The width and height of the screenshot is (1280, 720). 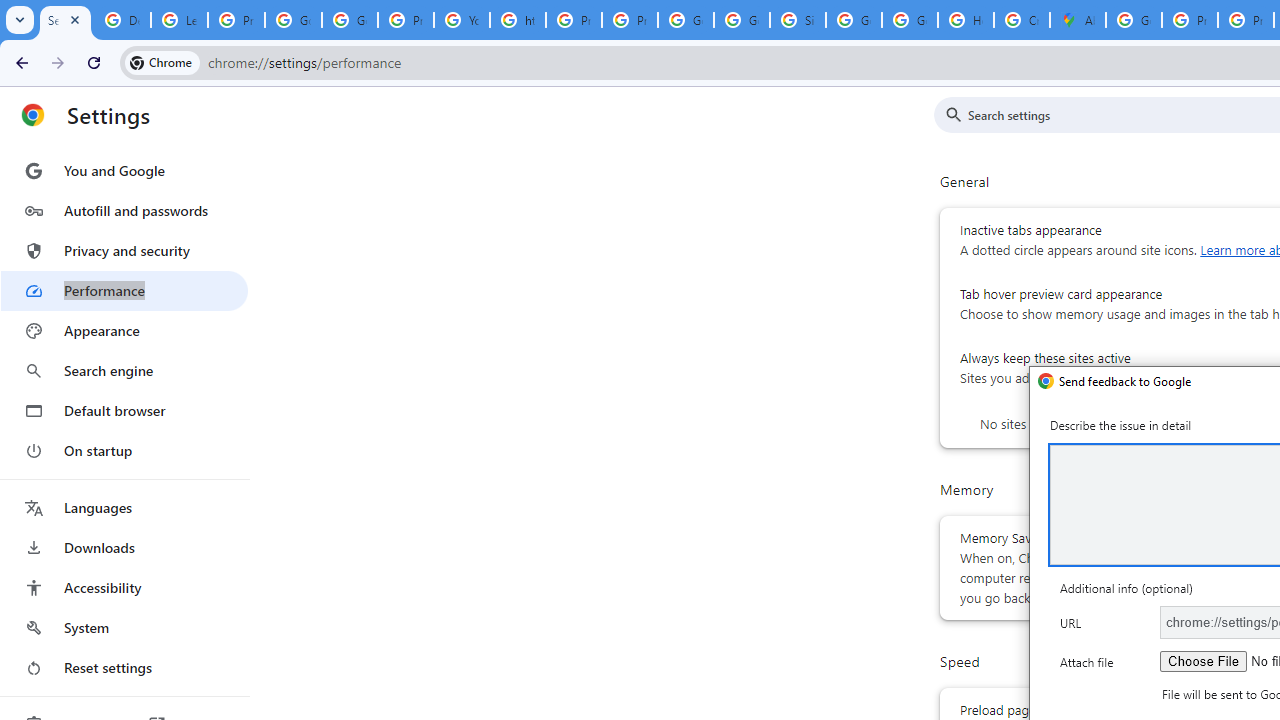 I want to click on 'Languages', so click(x=123, y=506).